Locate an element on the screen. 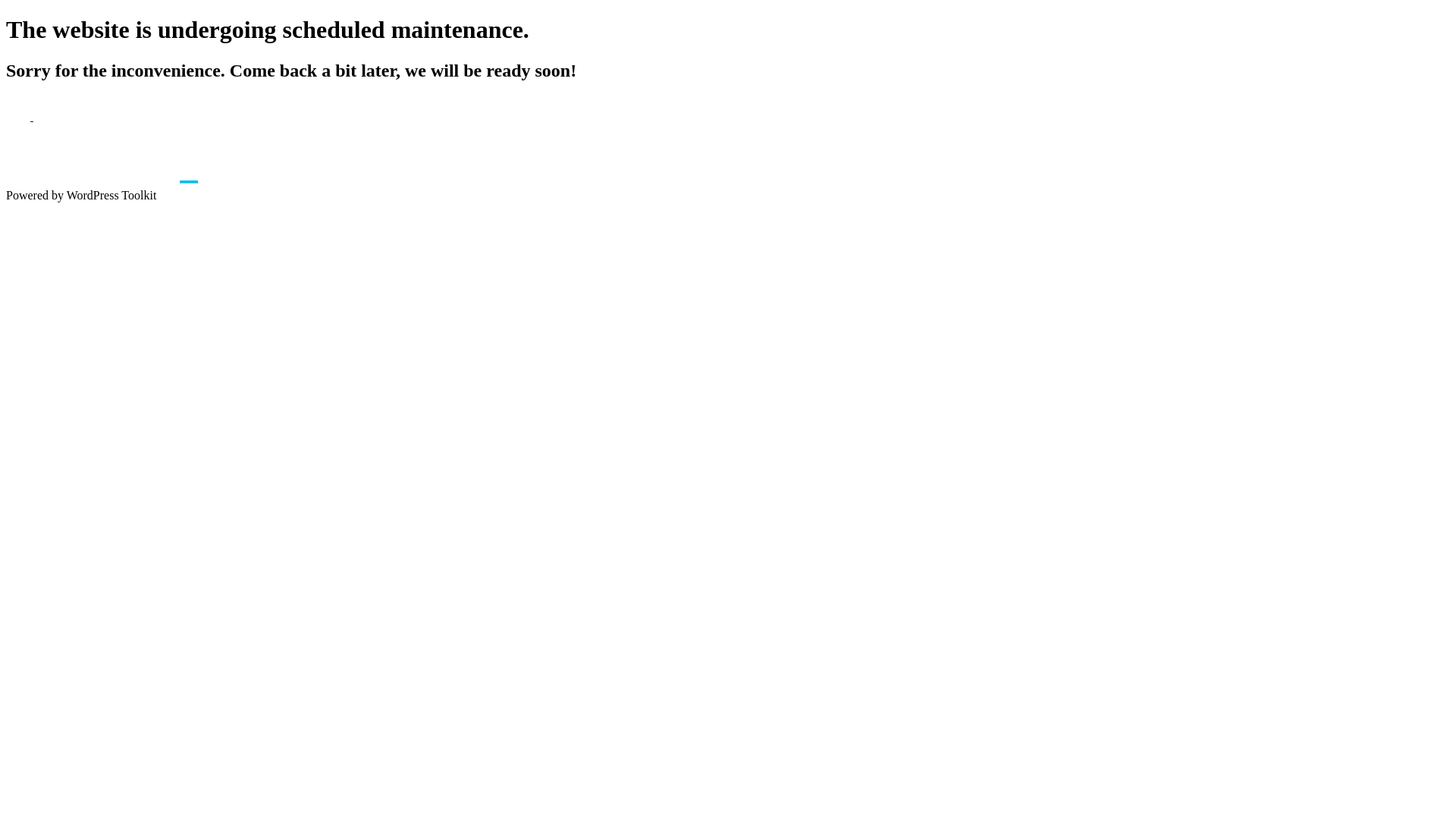 Image resolution: width=1456 pixels, height=819 pixels. 'Twitter' is located at coordinates (45, 115).